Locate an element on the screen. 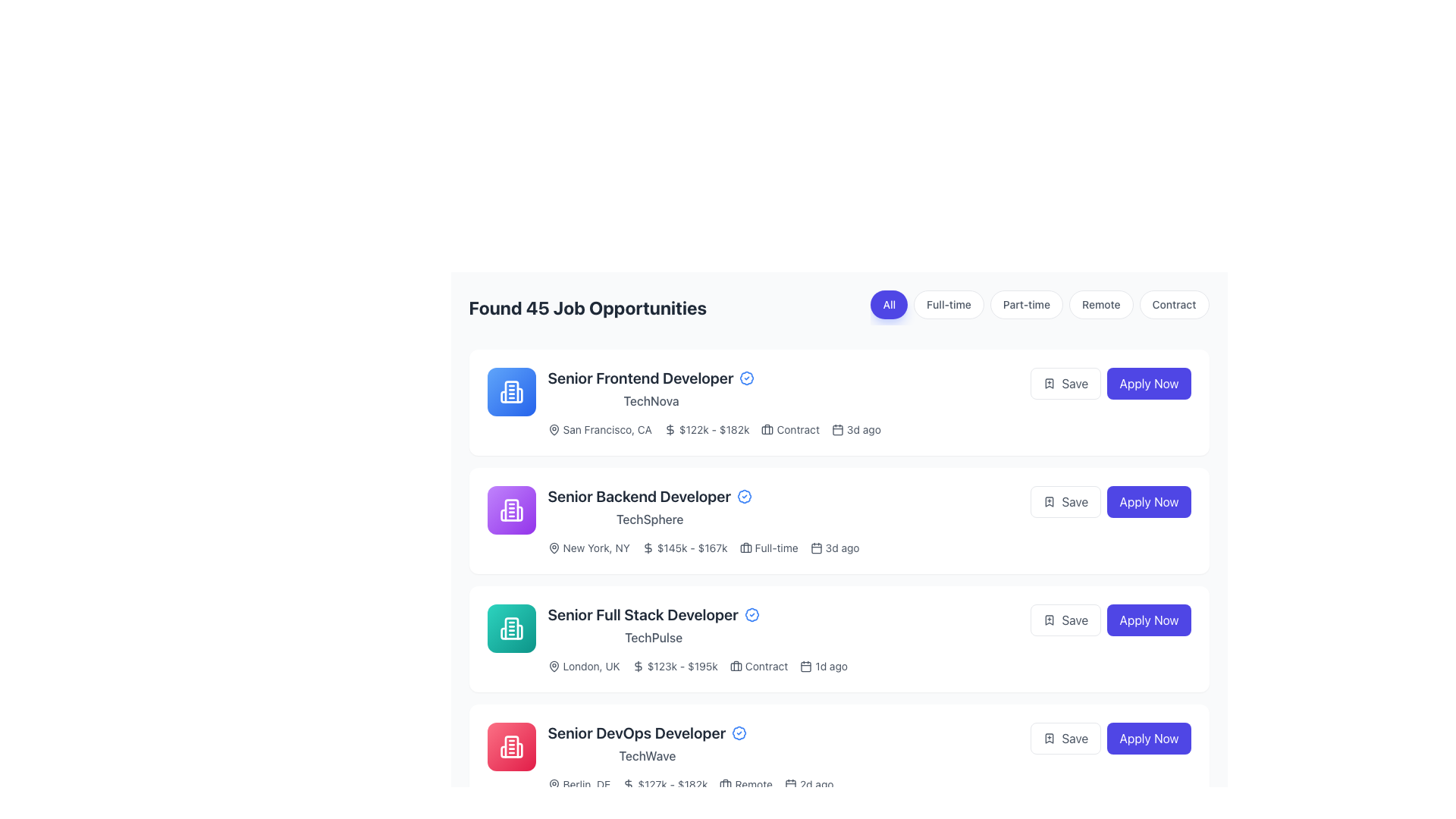 The width and height of the screenshot is (1456, 819). the decorative vector graphic within the building-like structure icon, which is part of the job entry icon area located centrally within a blue circular background is located at coordinates (511, 391).